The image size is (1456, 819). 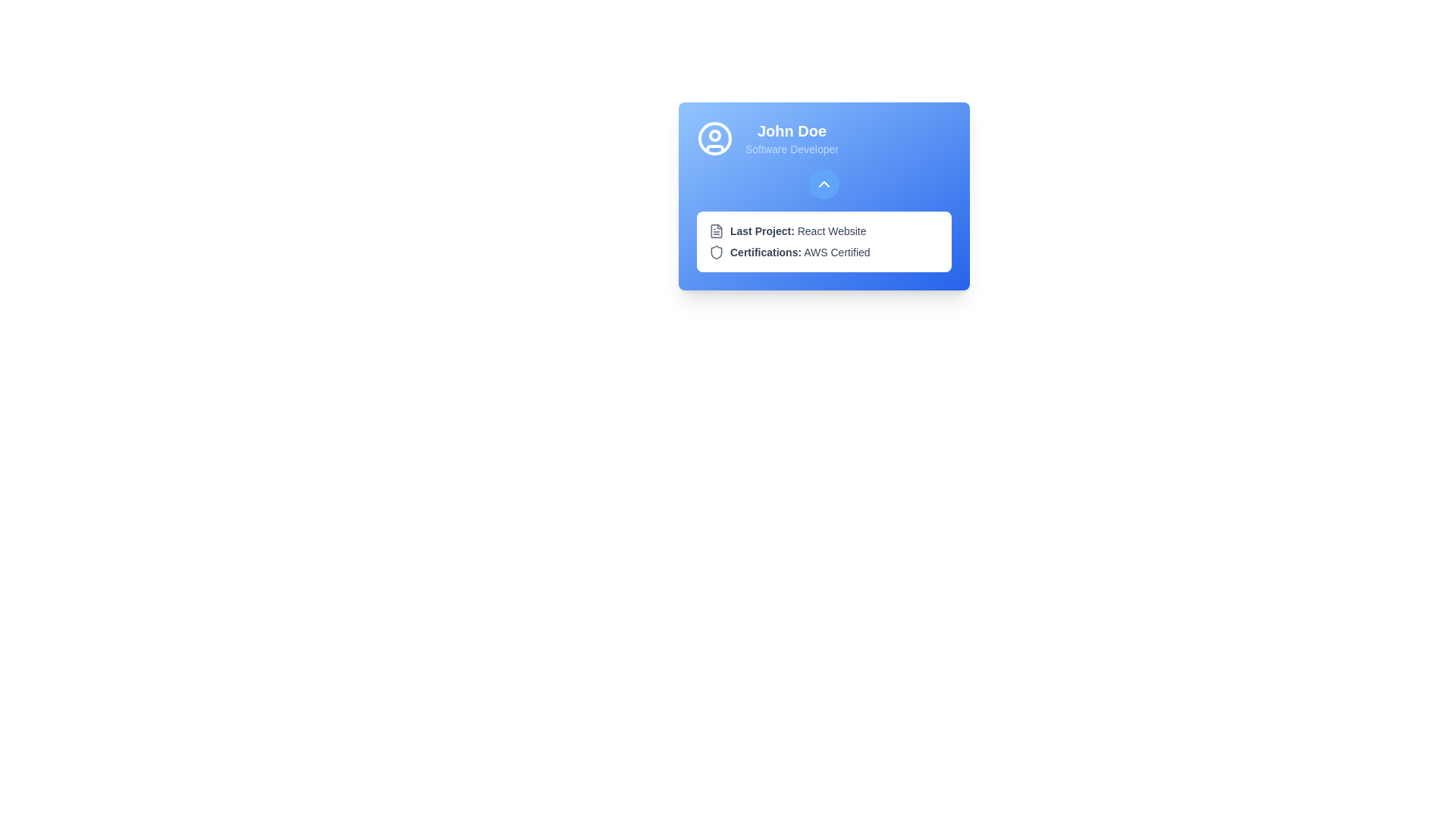 I want to click on the text block containing 'John Doe' in bold white font and 'Software Developer' in light blue font, located on the blue card to the right of the circular user icon, so click(x=791, y=138).